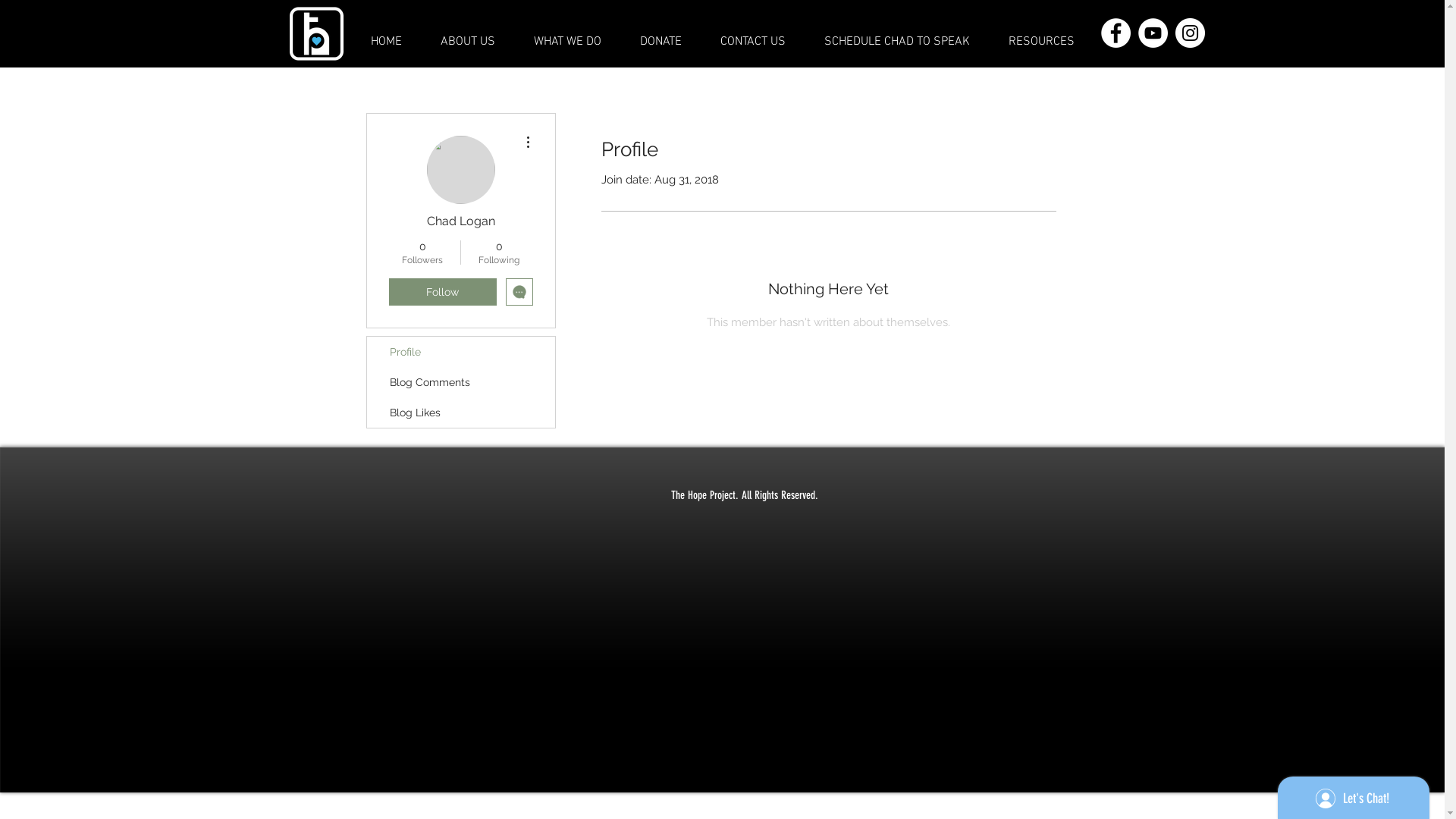 The width and height of the screenshot is (1456, 819). I want to click on 'Blog Likes', so click(460, 412).